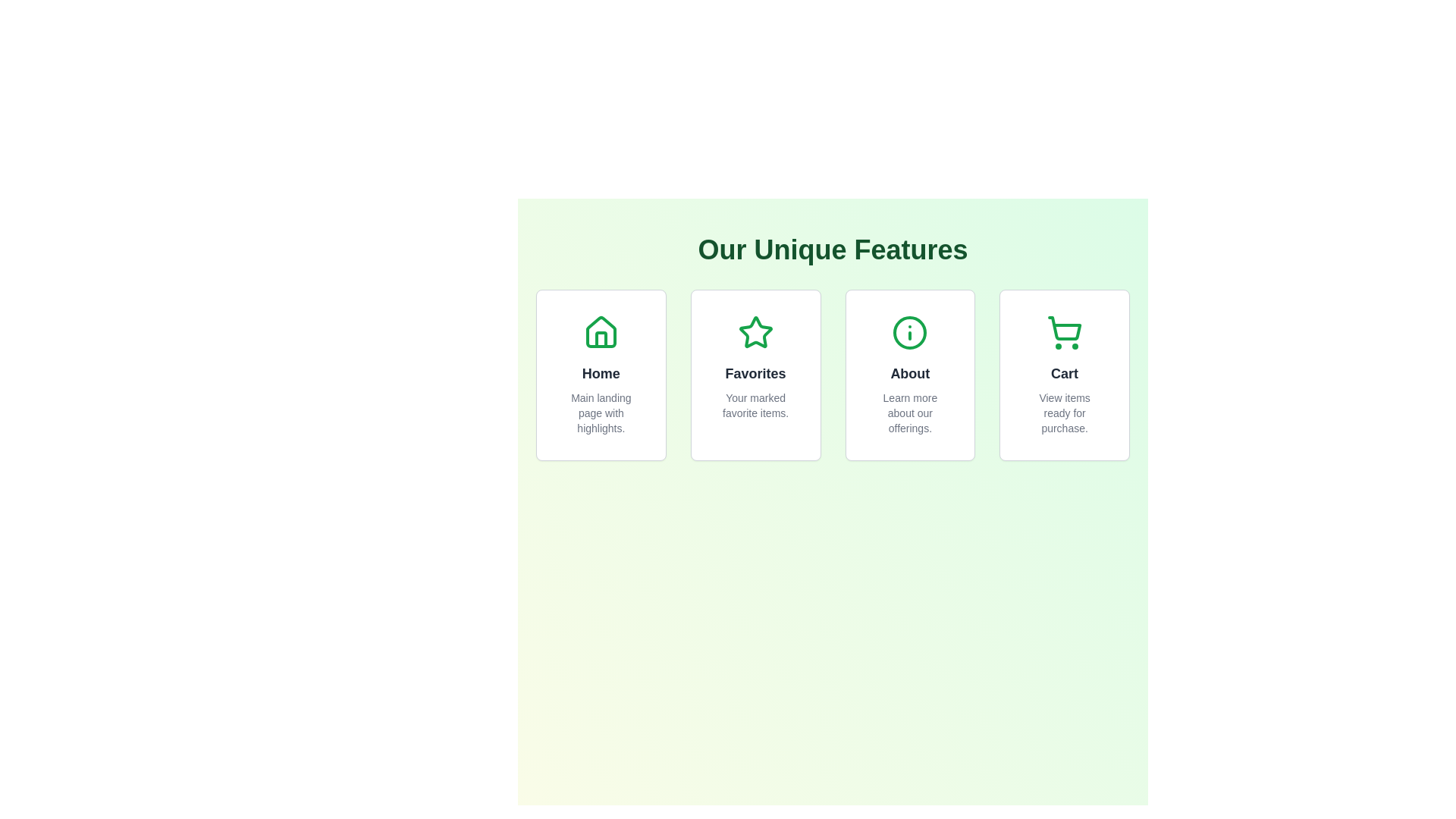 This screenshot has width=1456, height=819. What do you see at coordinates (600, 413) in the screenshot?
I see `the descriptive text label that explains the functionality of the 'Home' card within the 'Our Unique Features' section` at bounding box center [600, 413].